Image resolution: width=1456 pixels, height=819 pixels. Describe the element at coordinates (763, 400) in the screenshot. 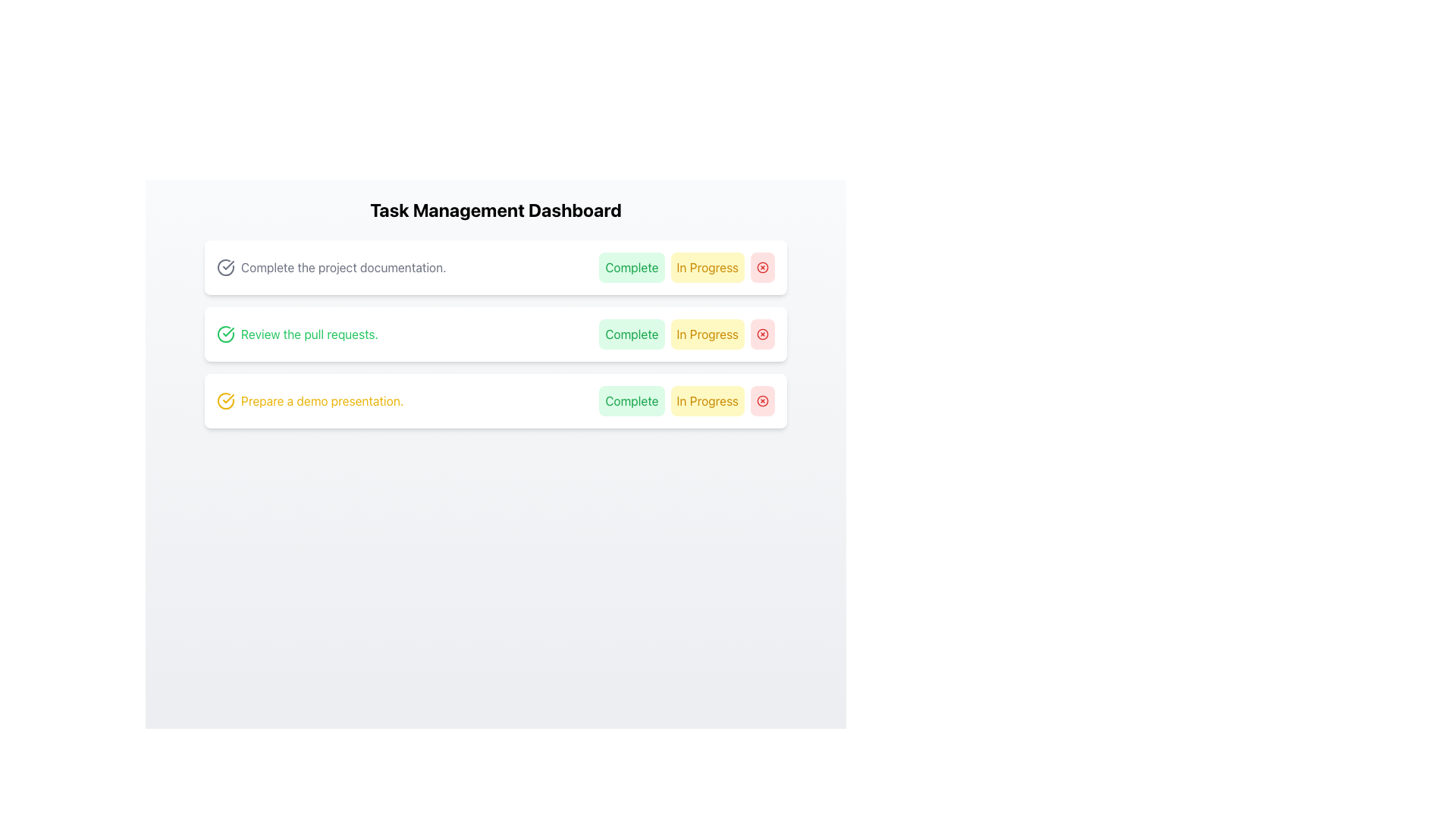

I see `the small circular red-bordered button with an embedded cross shape` at that location.